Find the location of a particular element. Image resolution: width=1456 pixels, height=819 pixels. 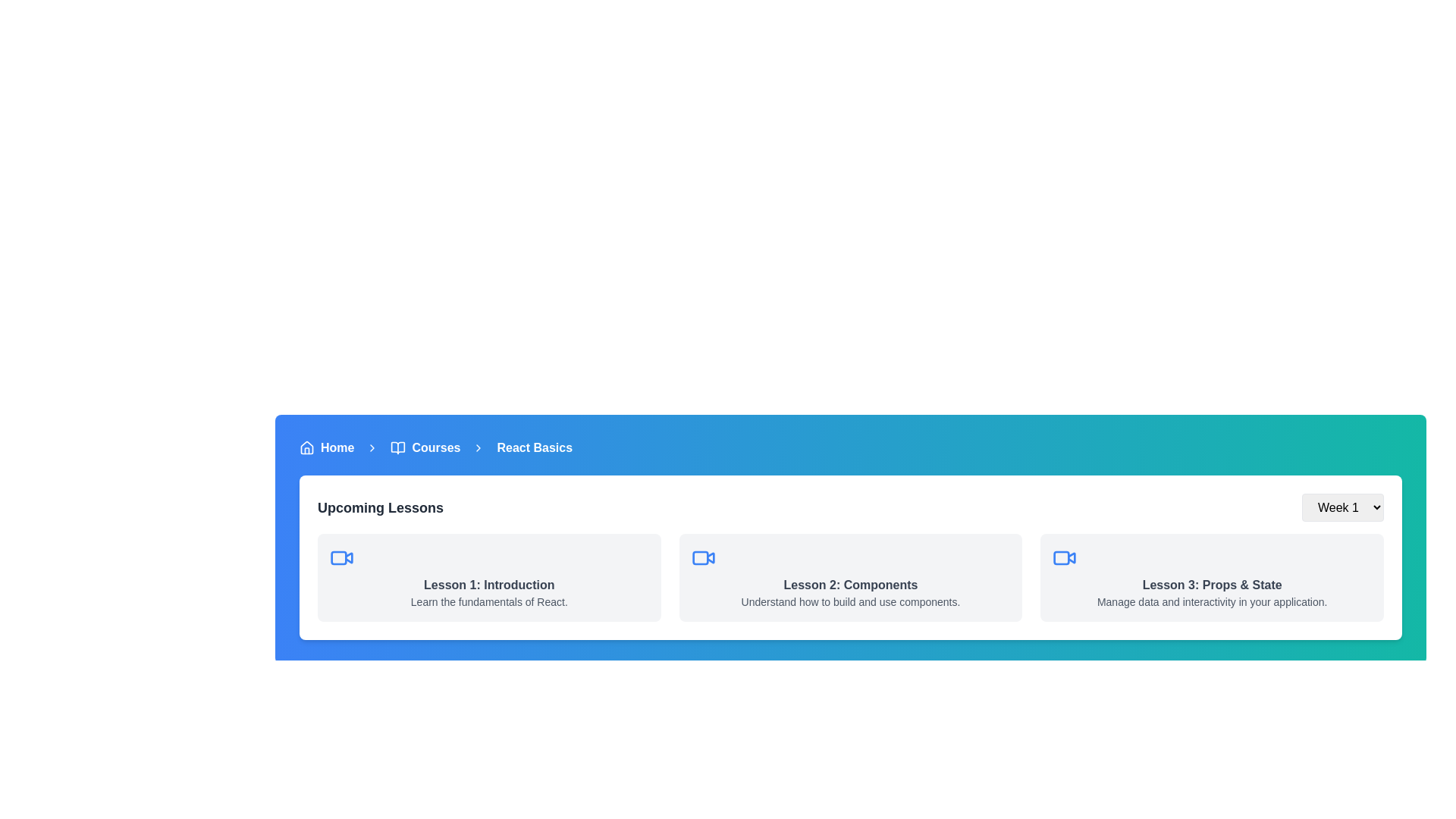

the home icon located at the leftmost part of the breadcrumb navigation bar, which visually represents the home page is located at coordinates (306, 447).